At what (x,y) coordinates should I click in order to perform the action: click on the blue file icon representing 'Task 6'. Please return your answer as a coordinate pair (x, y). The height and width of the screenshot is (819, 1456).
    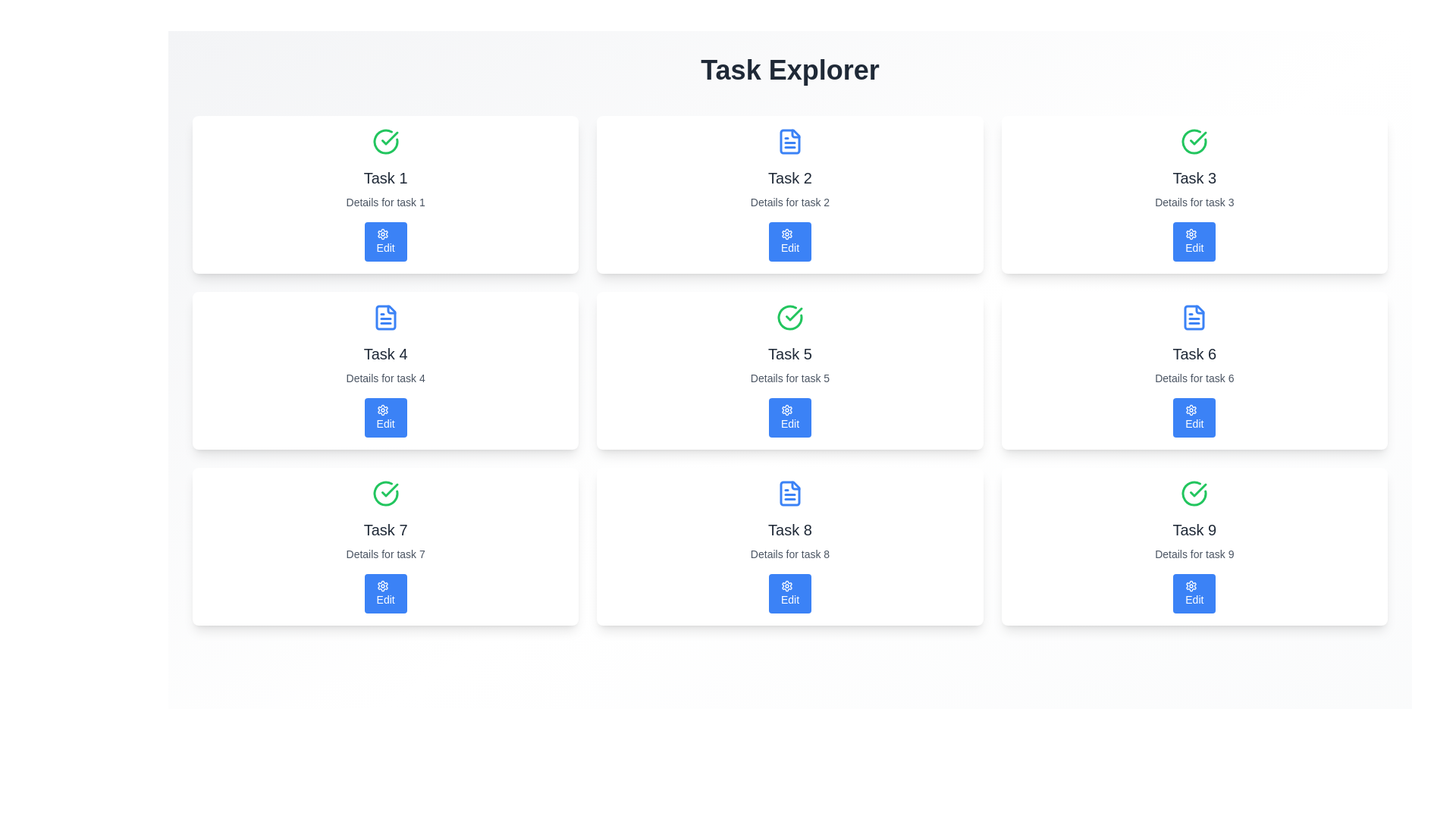
    Looking at the image, I should click on (1194, 317).